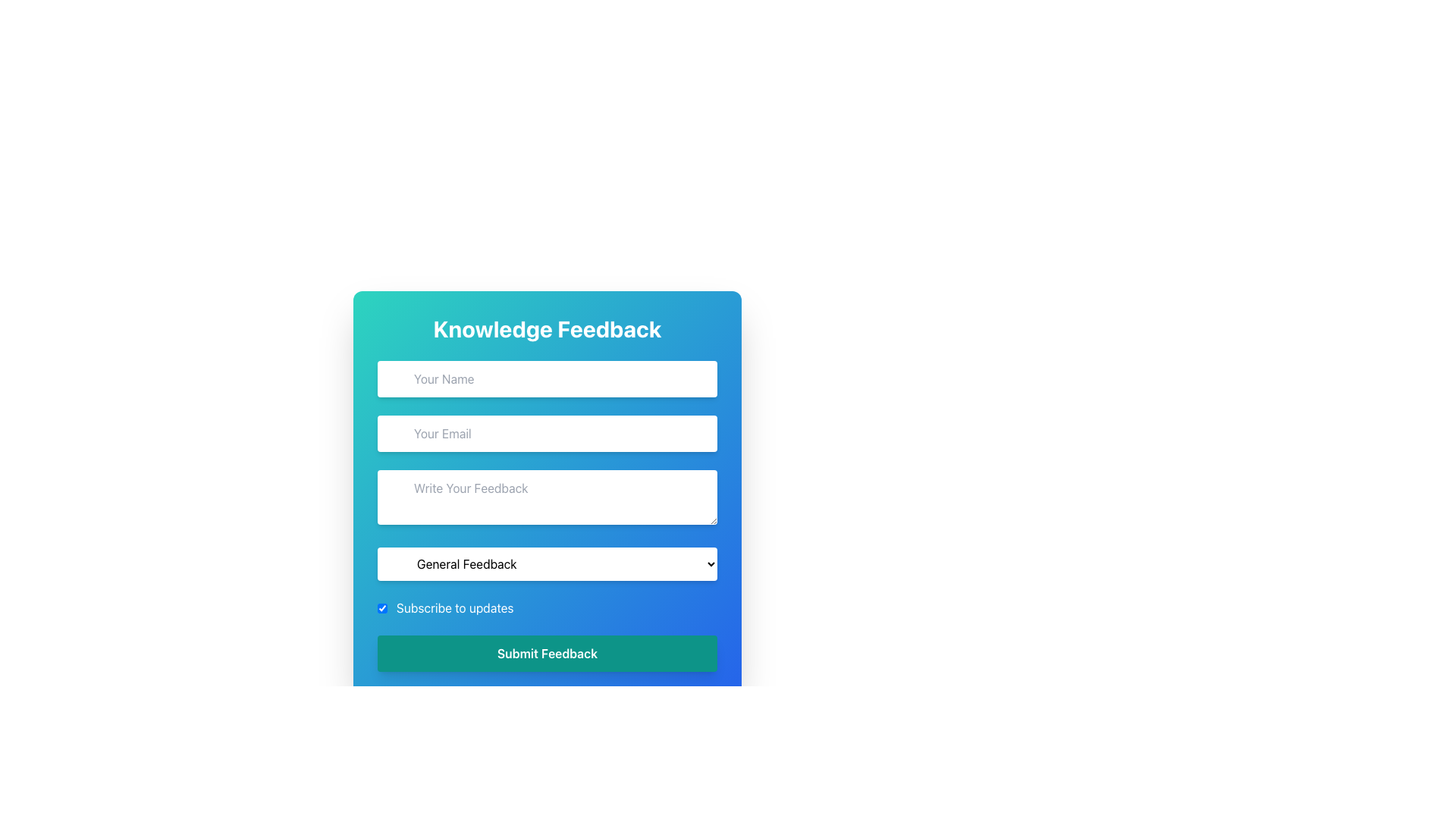  Describe the element at coordinates (454, 607) in the screenshot. I see `the text label that indicates the subscription preference for updates, located to the immediate right of the checkbox in the lower part of the form layout` at that location.